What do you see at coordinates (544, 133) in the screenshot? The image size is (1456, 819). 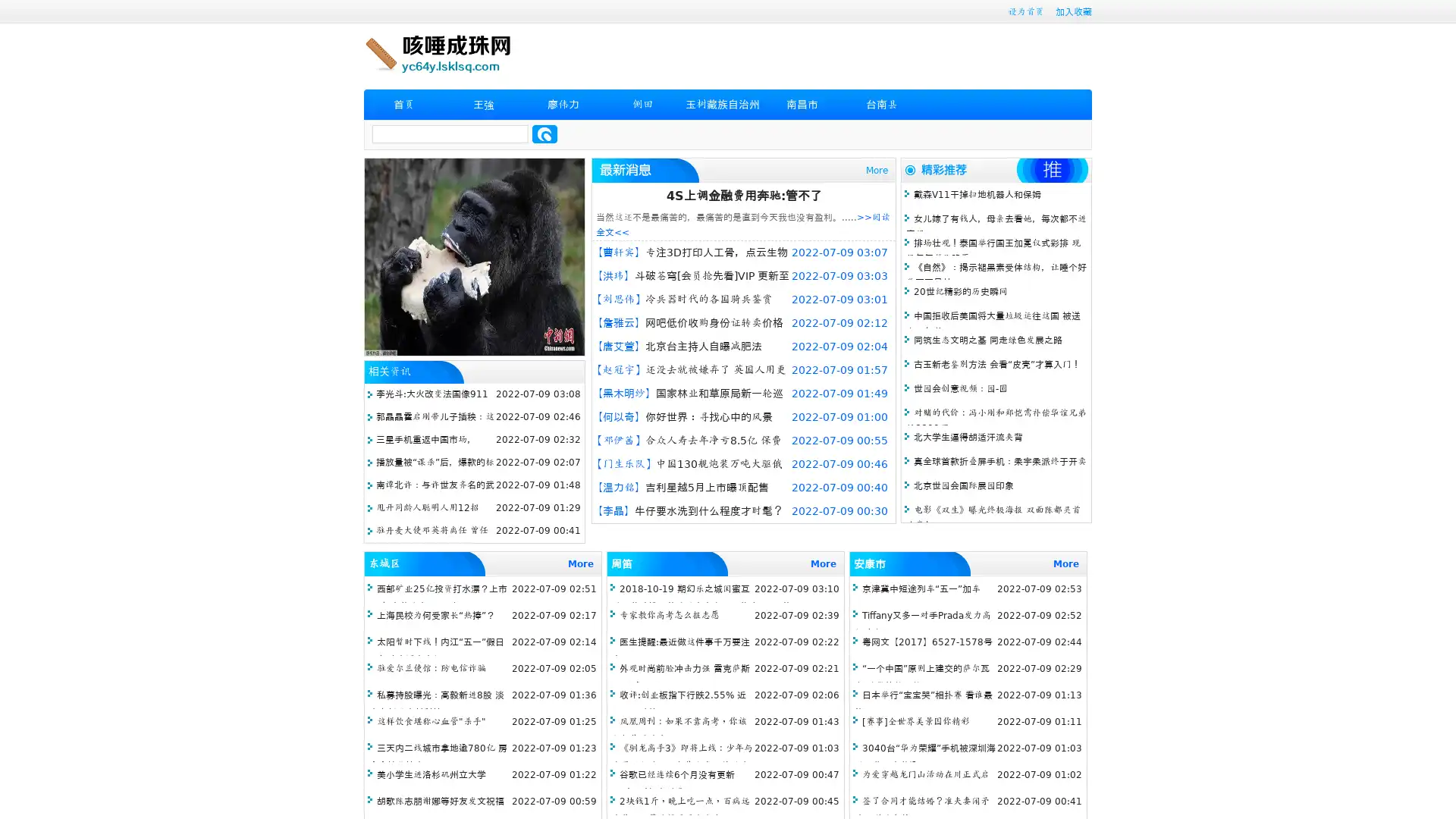 I see `Search` at bounding box center [544, 133].